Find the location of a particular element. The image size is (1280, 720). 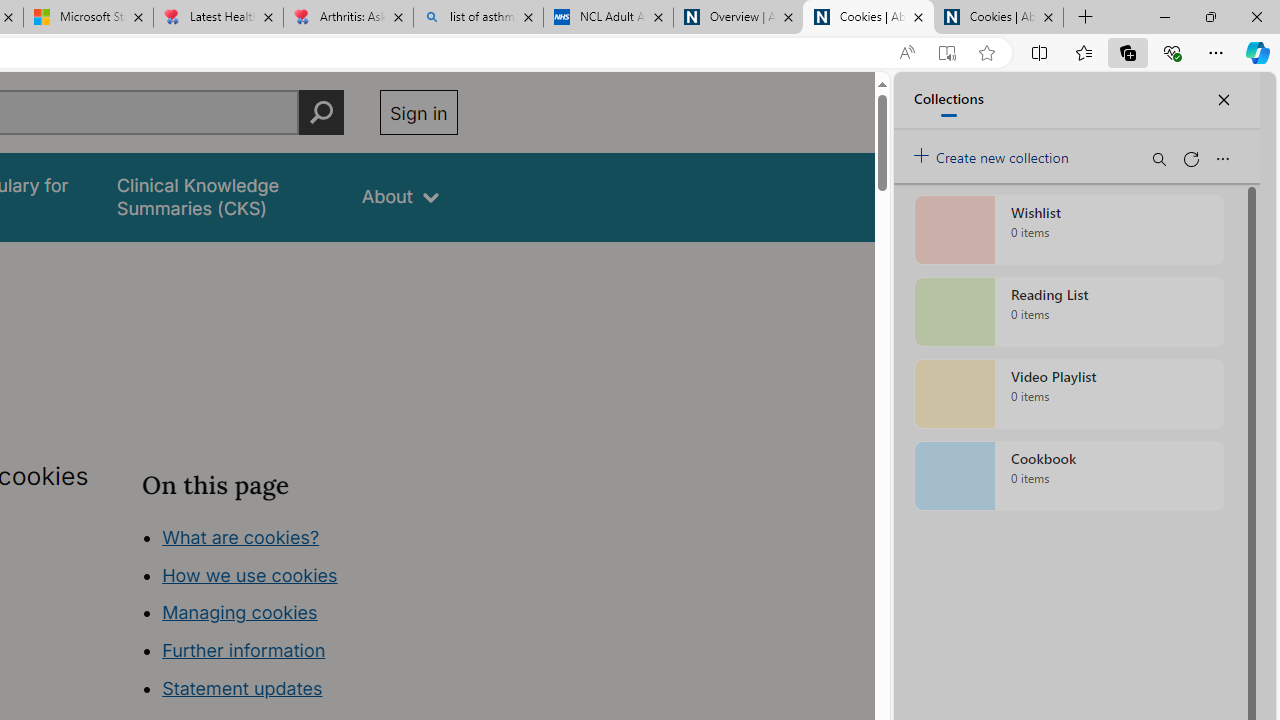

'Split screen' is located at coordinates (1040, 51).